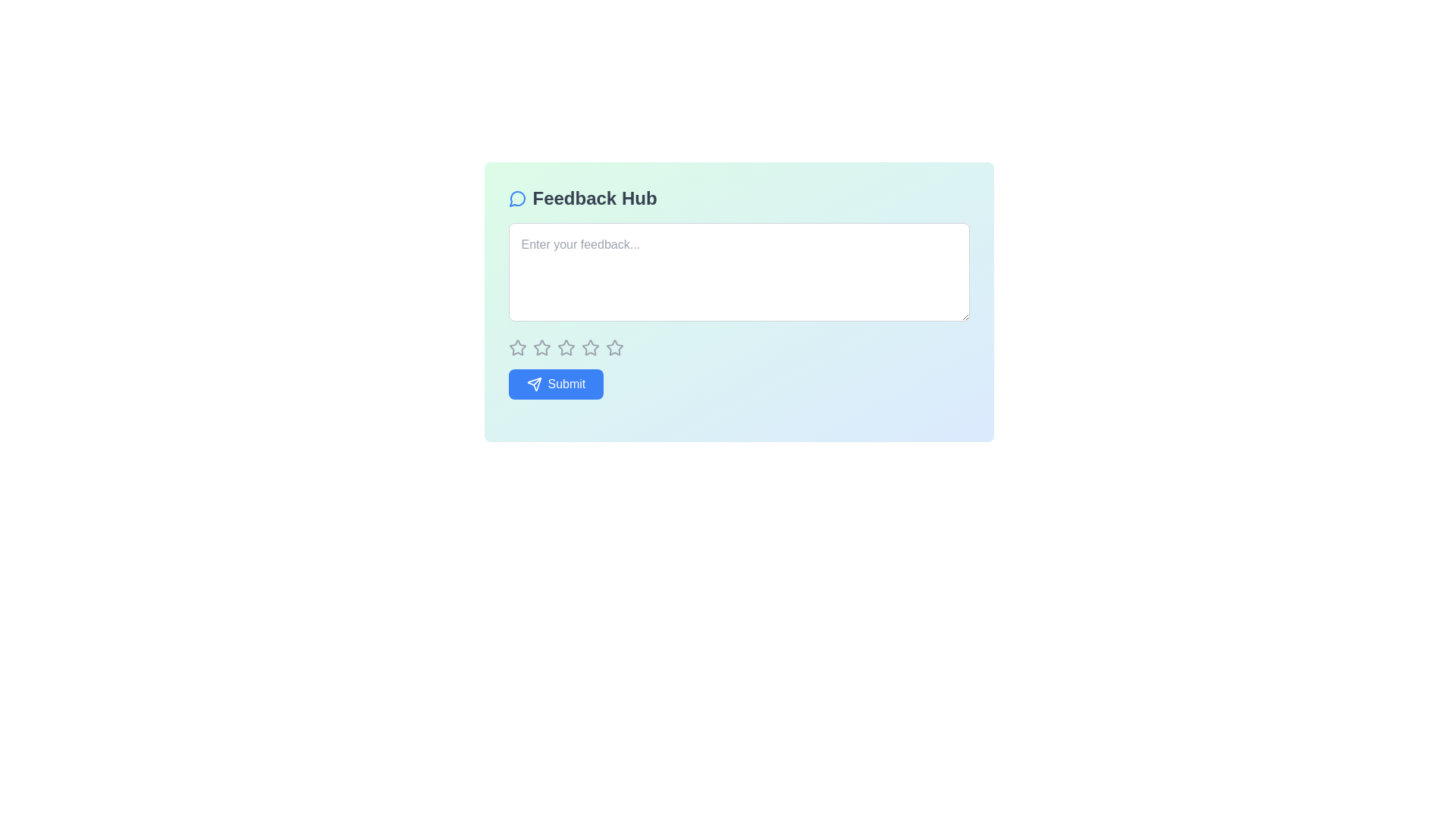 This screenshot has width=1456, height=819. What do you see at coordinates (516, 198) in the screenshot?
I see `the SVG message bubble icon located in the top-left corner of the 'Feedback Hub' interface` at bounding box center [516, 198].